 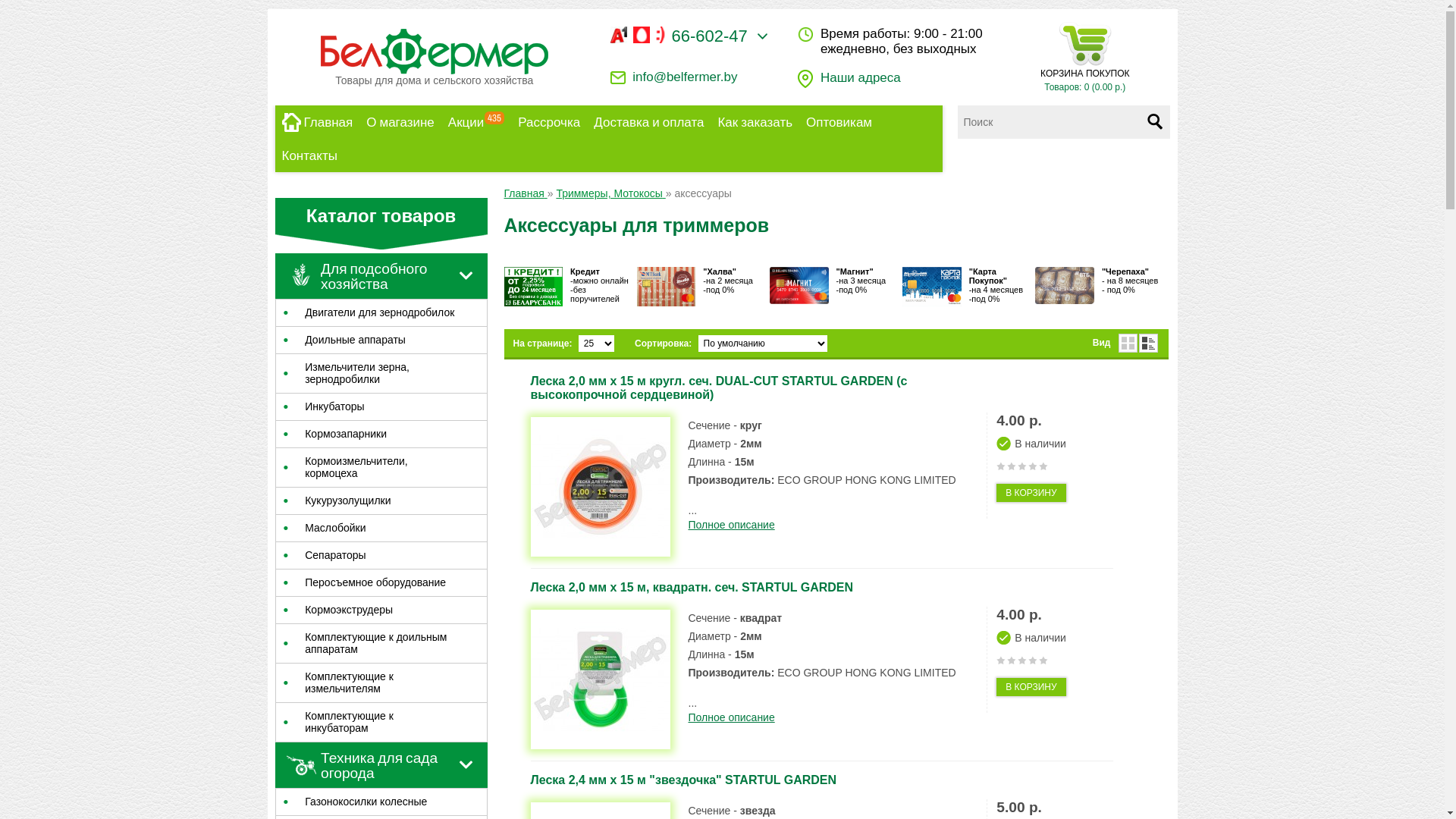 What do you see at coordinates (687, 40) in the screenshot?
I see `'66-602-47'` at bounding box center [687, 40].